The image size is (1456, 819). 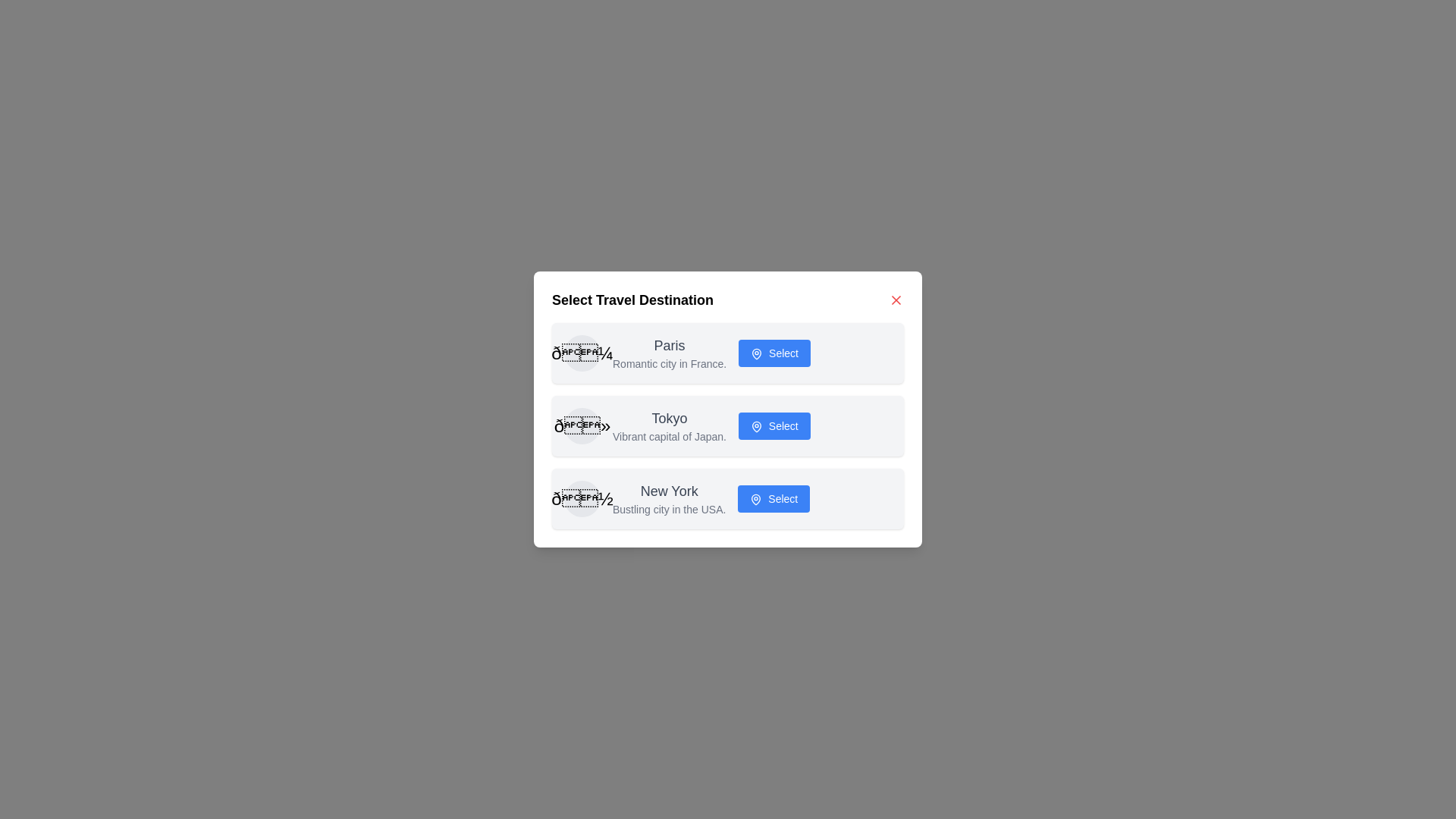 I want to click on the close button to close the dialog, so click(x=896, y=300).